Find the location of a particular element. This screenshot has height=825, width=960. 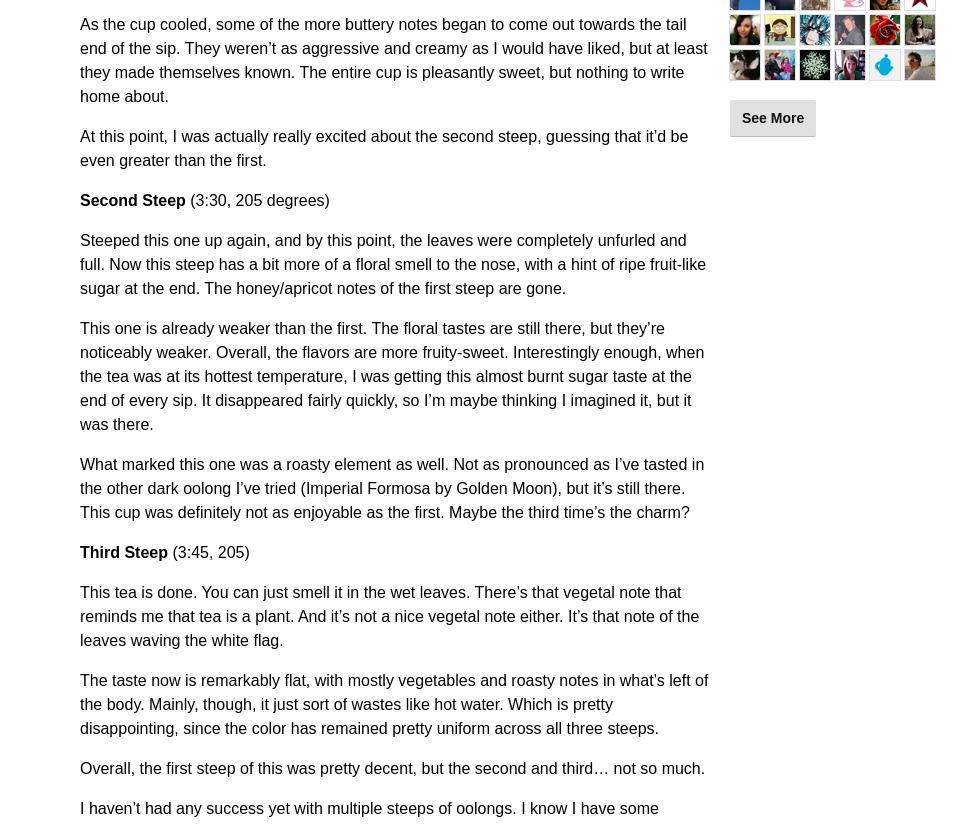

'The taste now is remarkably flat, with mostly vegetables and roasty notes in what’s left of the body. Mainly, though, it just sort of wastes like hot water. Which is pretty disappointing, since the color has remained pretty uniform across all three steeps.' is located at coordinates (392, 703).